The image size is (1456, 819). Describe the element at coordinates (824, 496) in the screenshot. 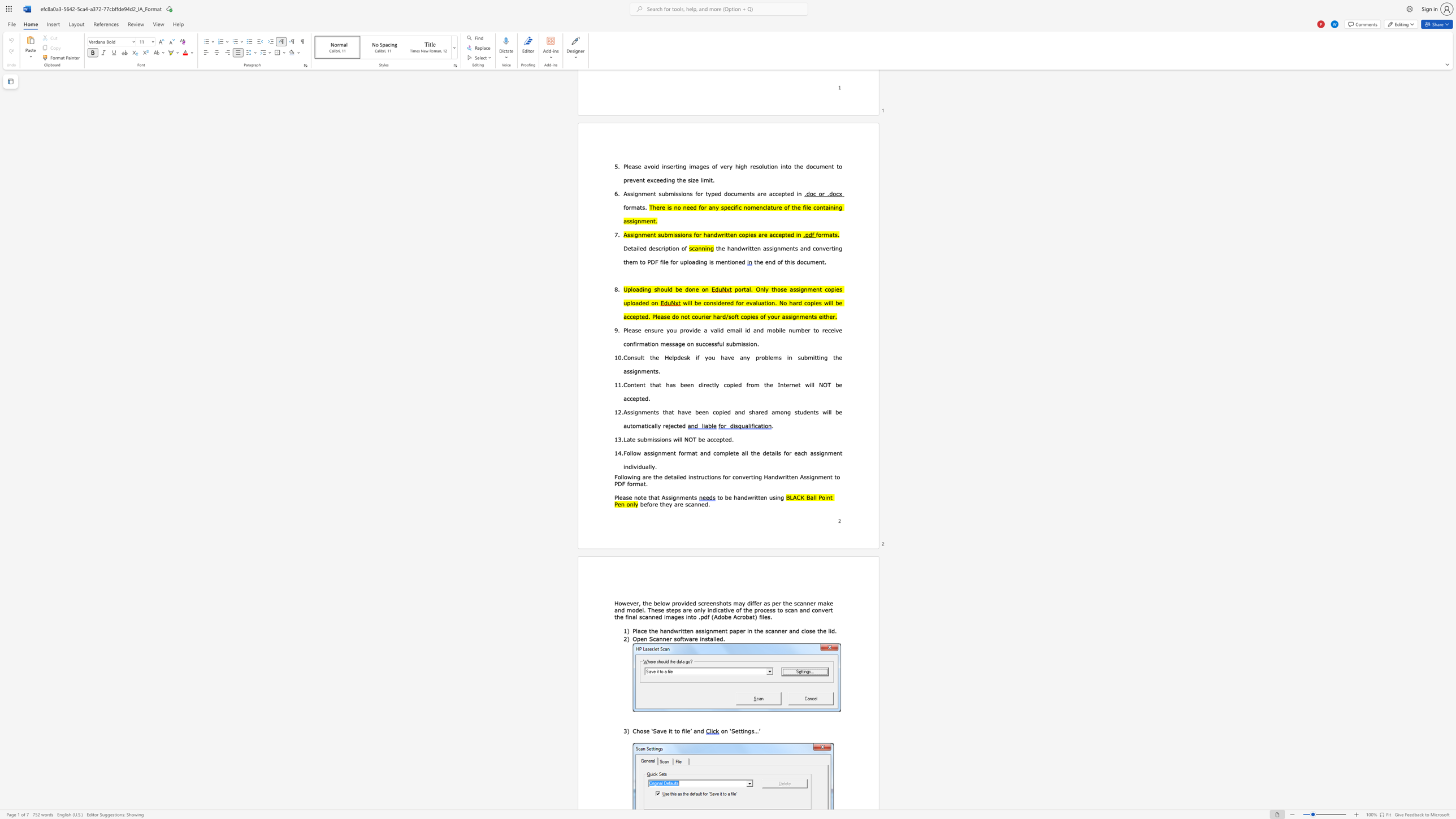

I see `the subset text "int Pe" within the text "BLACK Ball Point Pen only"` at that location.